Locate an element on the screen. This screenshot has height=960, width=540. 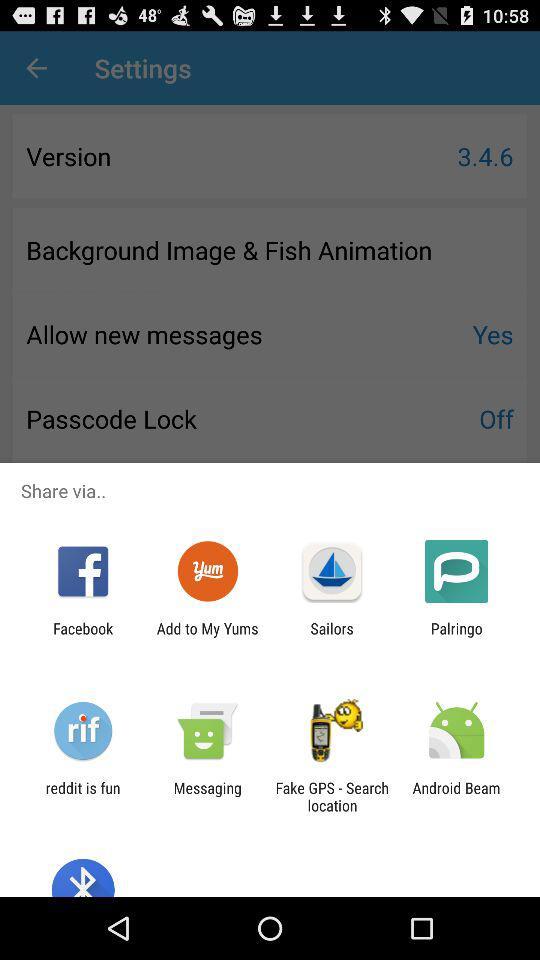
item next to the android beam icon is located at coordinates (332, 796).